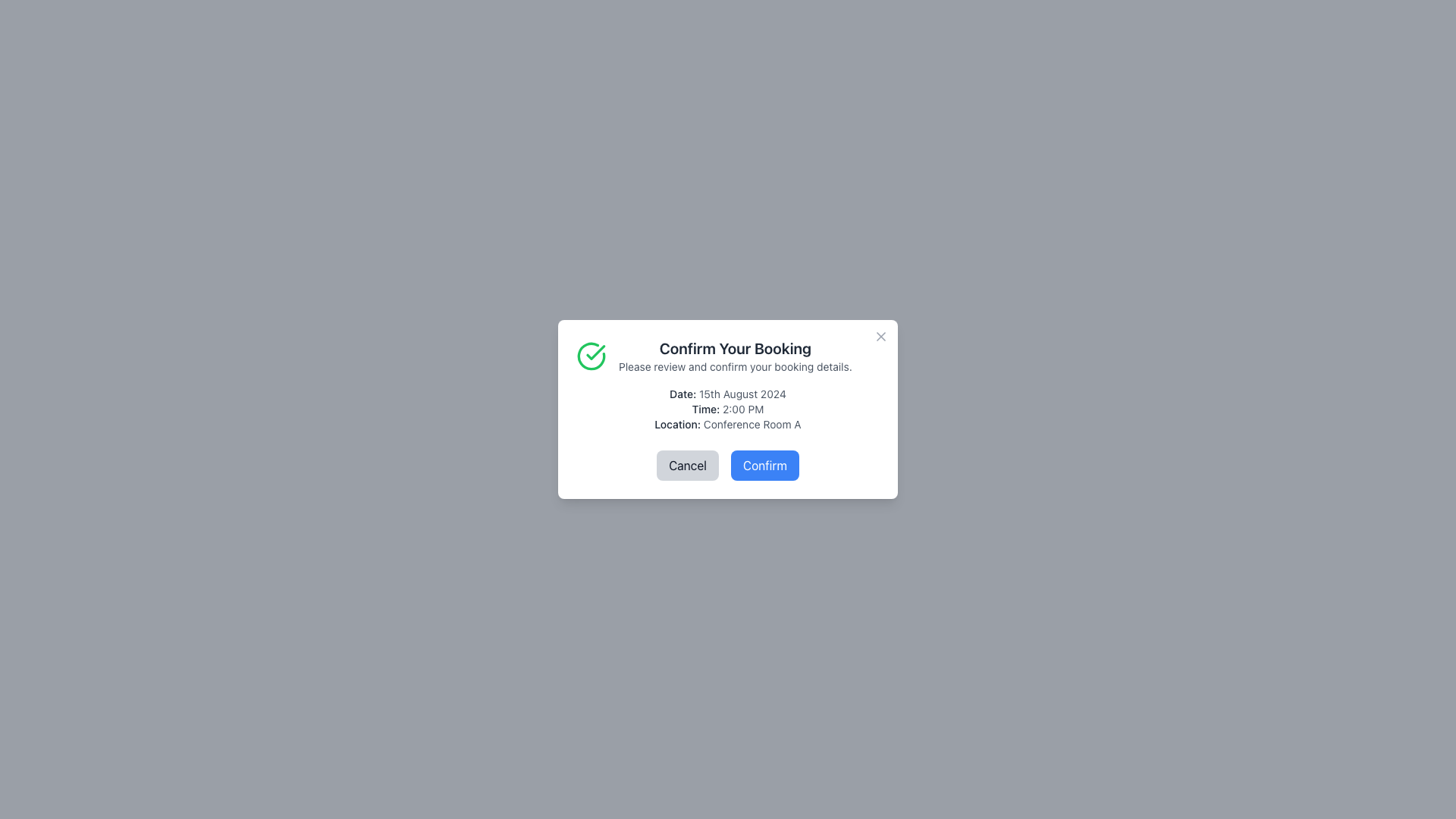 This screenshot has width=1456, height=819. Describe the element at coordinates (590, 356) in the screenshot. I see `the green circular icon with a checkmark that indicates success, located near the title text 'Confirm Your Booking'` at that location.